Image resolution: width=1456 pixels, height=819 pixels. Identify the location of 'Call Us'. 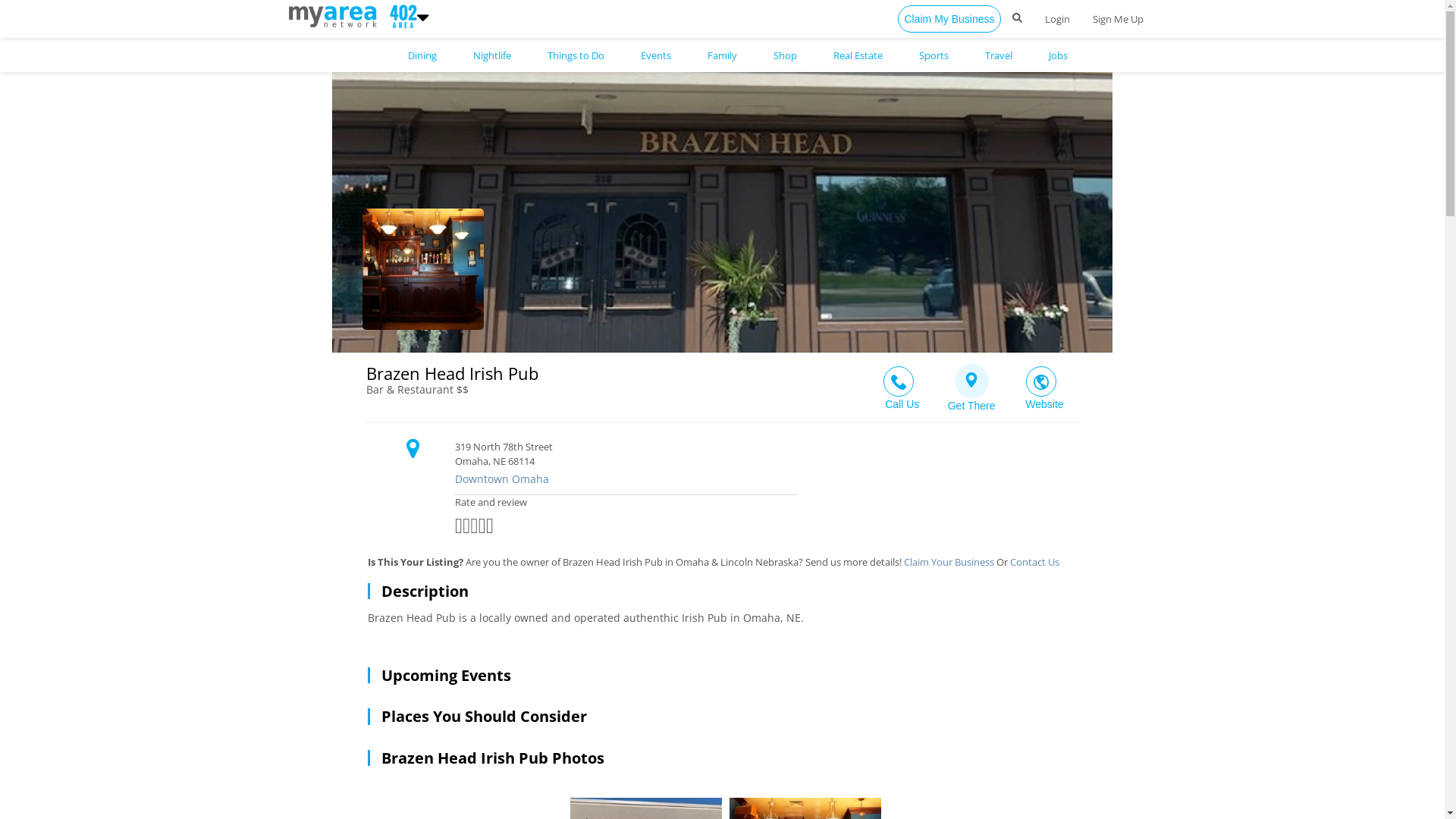
(864, 382).